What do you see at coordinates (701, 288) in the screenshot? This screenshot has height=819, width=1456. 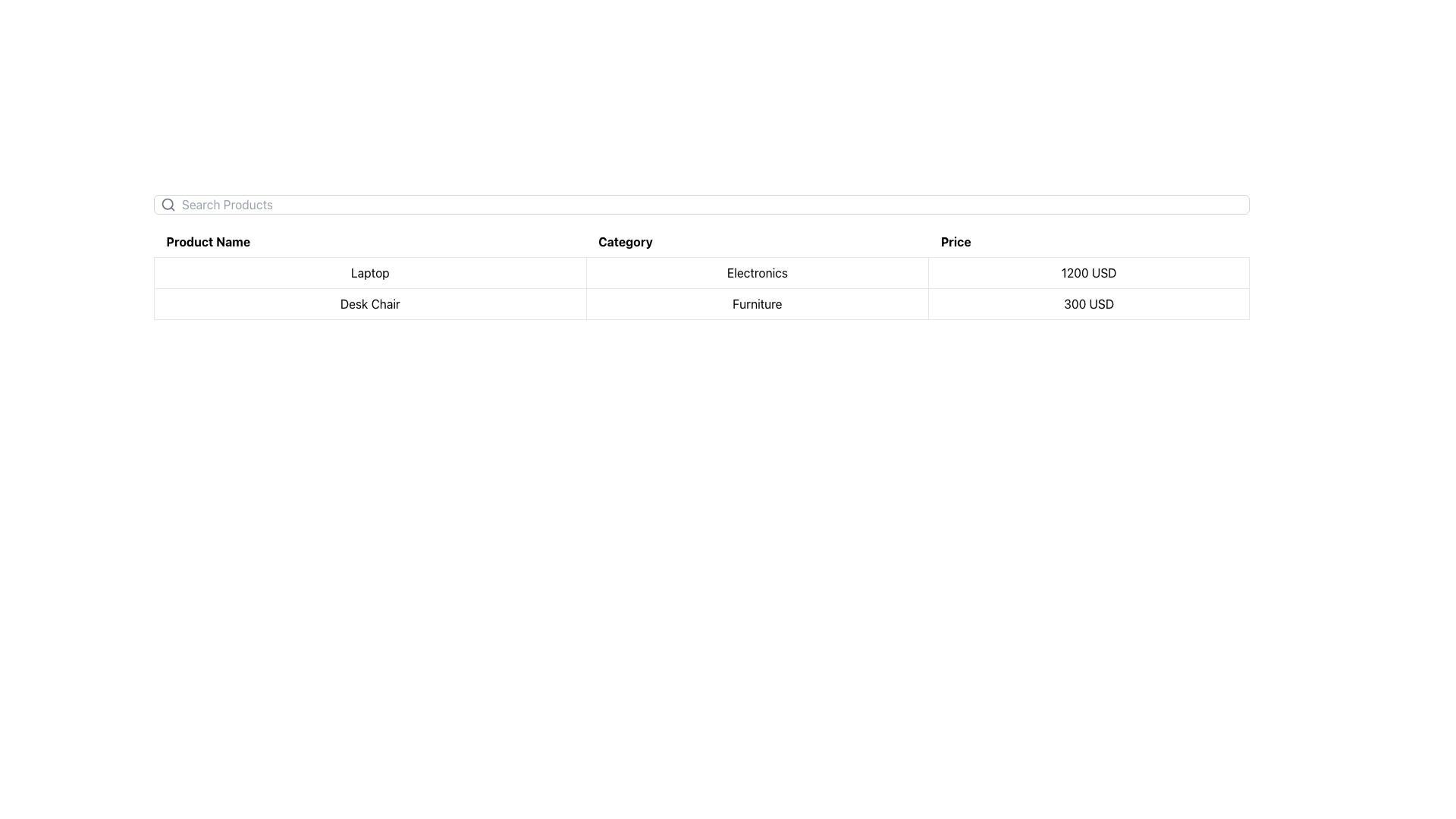 I see `the second row` at bounding box center [701, 288].